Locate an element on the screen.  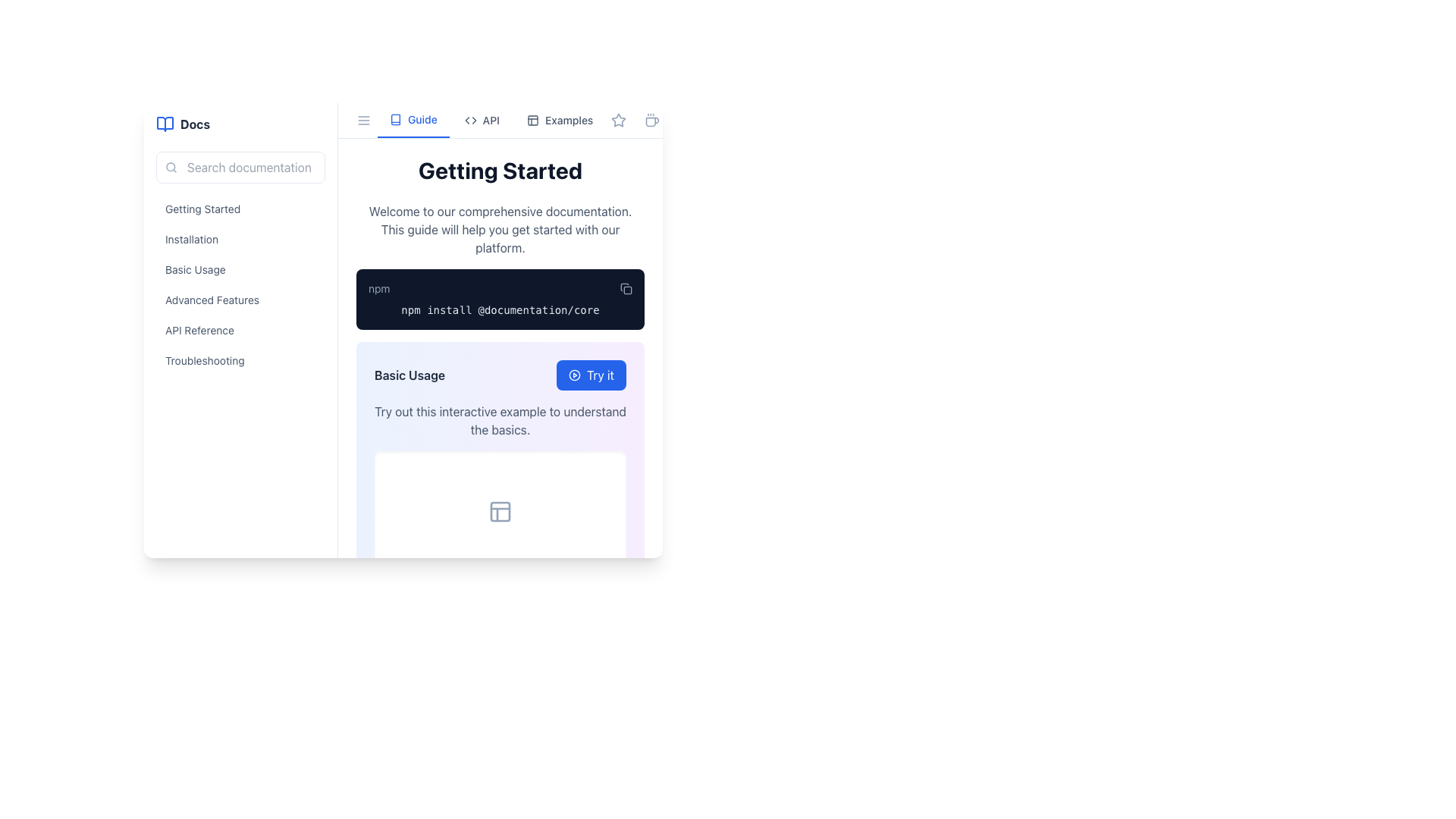
the static text element that contains the paragraph 'Welcome to our comprehensive documentation. This guide will help you get started with our platform.' located below the section title 'Getting Started' is located at coordinates (500, 230).